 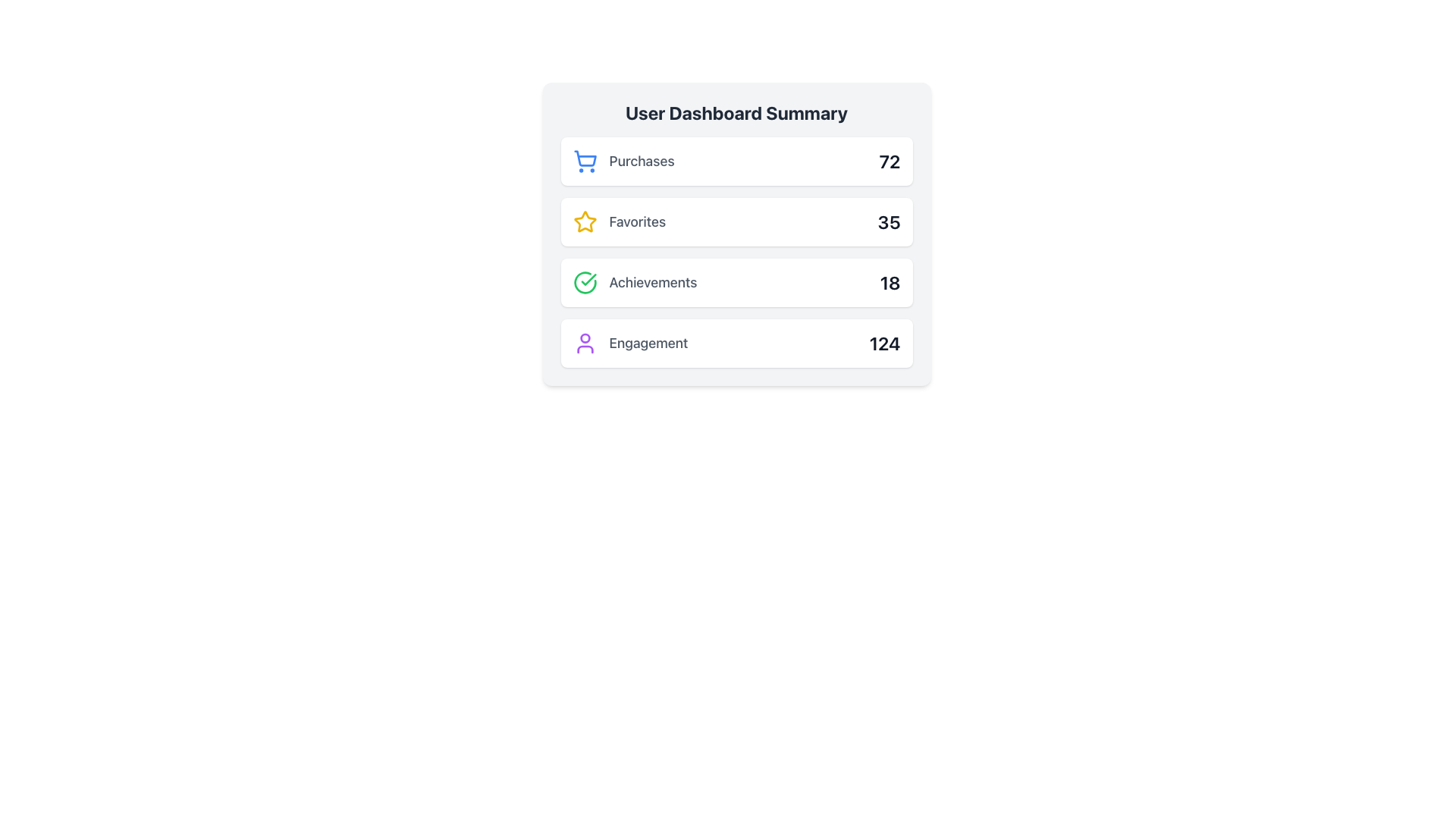 What do you see at coordinates (623, 161) in the screenshot?
I see `the 'Purchases' text label in the user dashboard that describes the purchases category, located to the right of the blue cart icon` at bounding box center [623, 161].